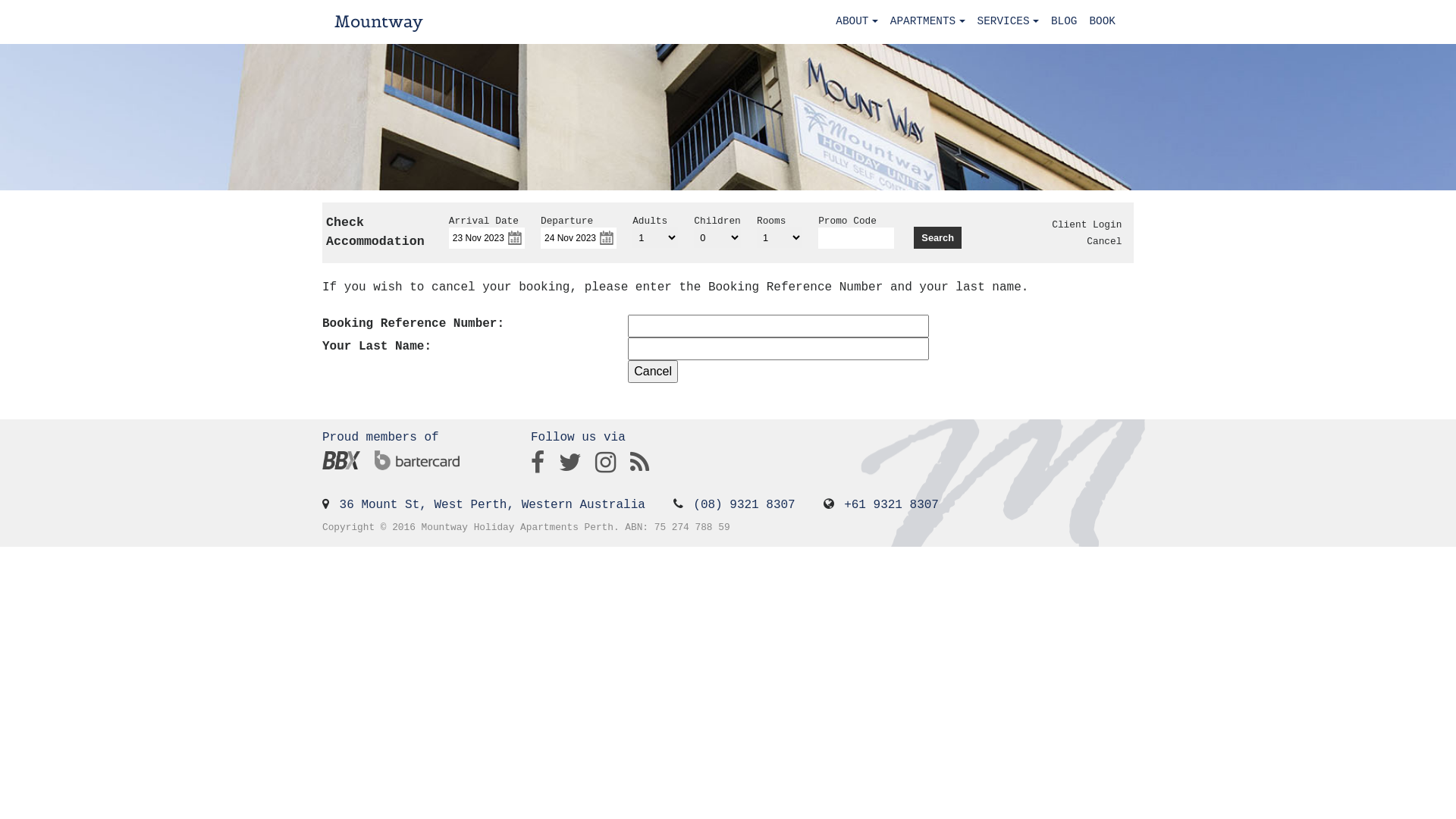  Describe the element at coordinates (843, 505) in the screenshot. I see `'+61 9321 8307'` at that location.